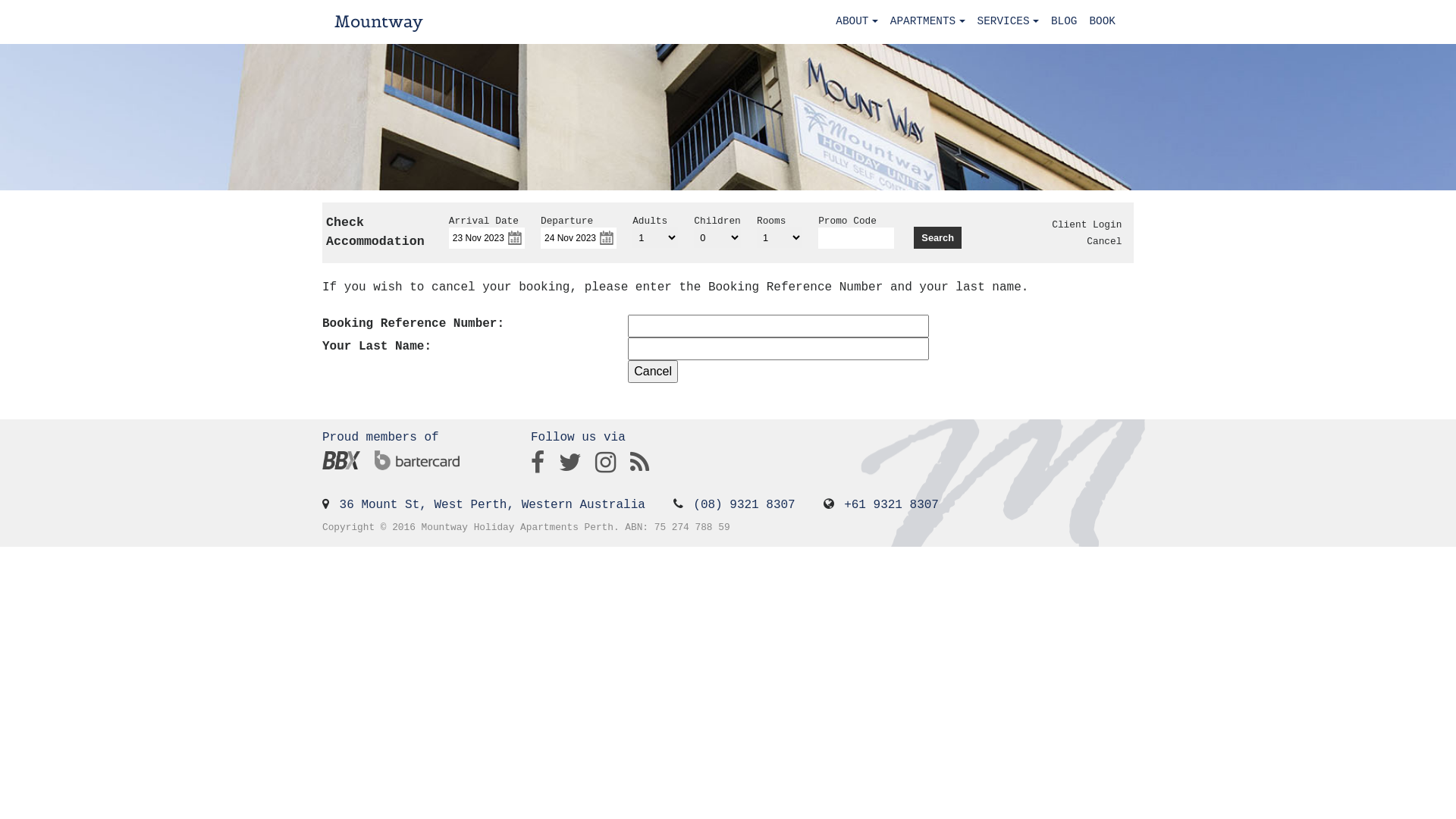  Describe the element at coordinates (843, 505) in the screenshot. I see `'+61 9321 8307'` at that location.